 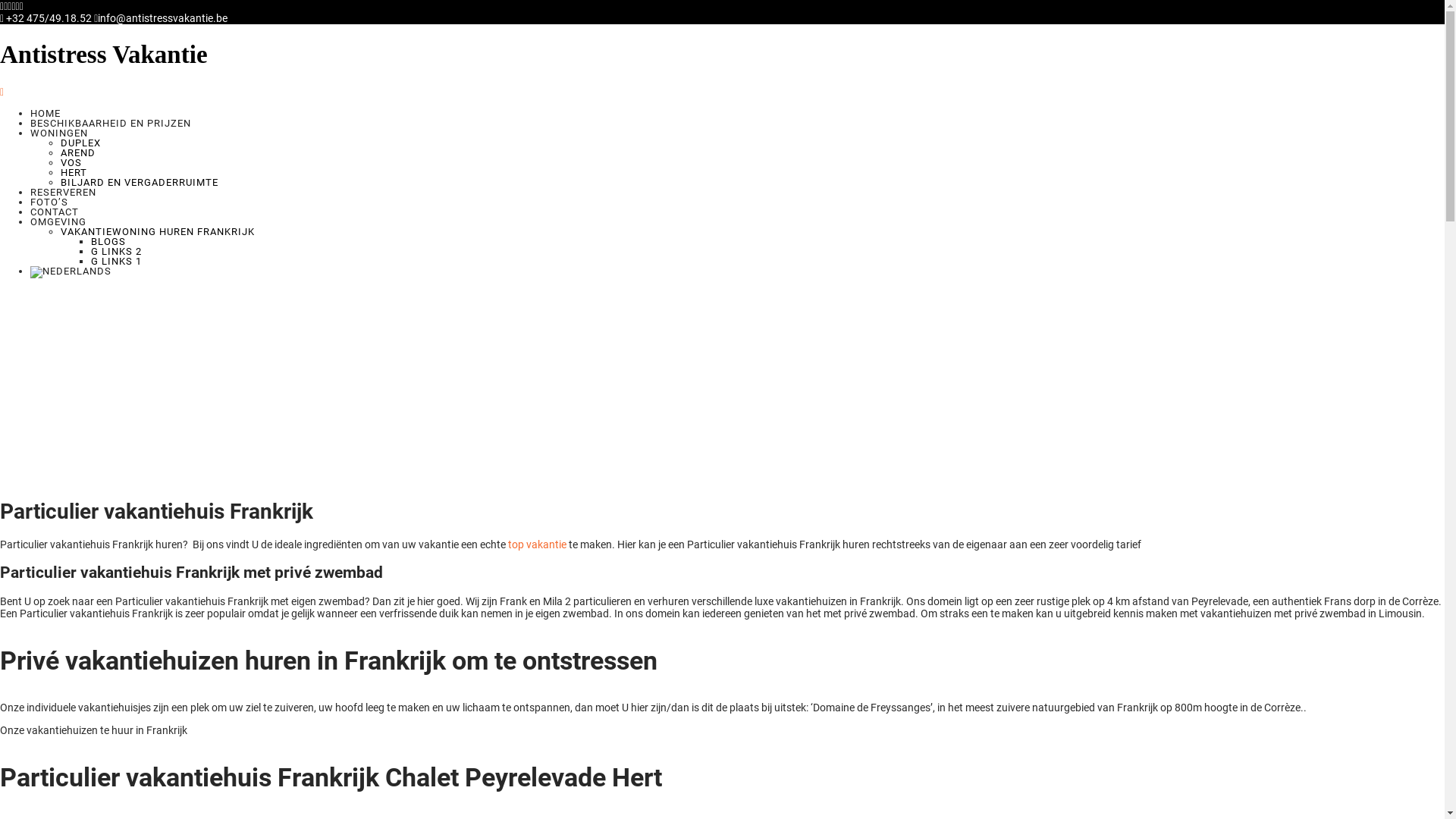 I want to click on 'WONINGEN', so click(x=58, y=132).